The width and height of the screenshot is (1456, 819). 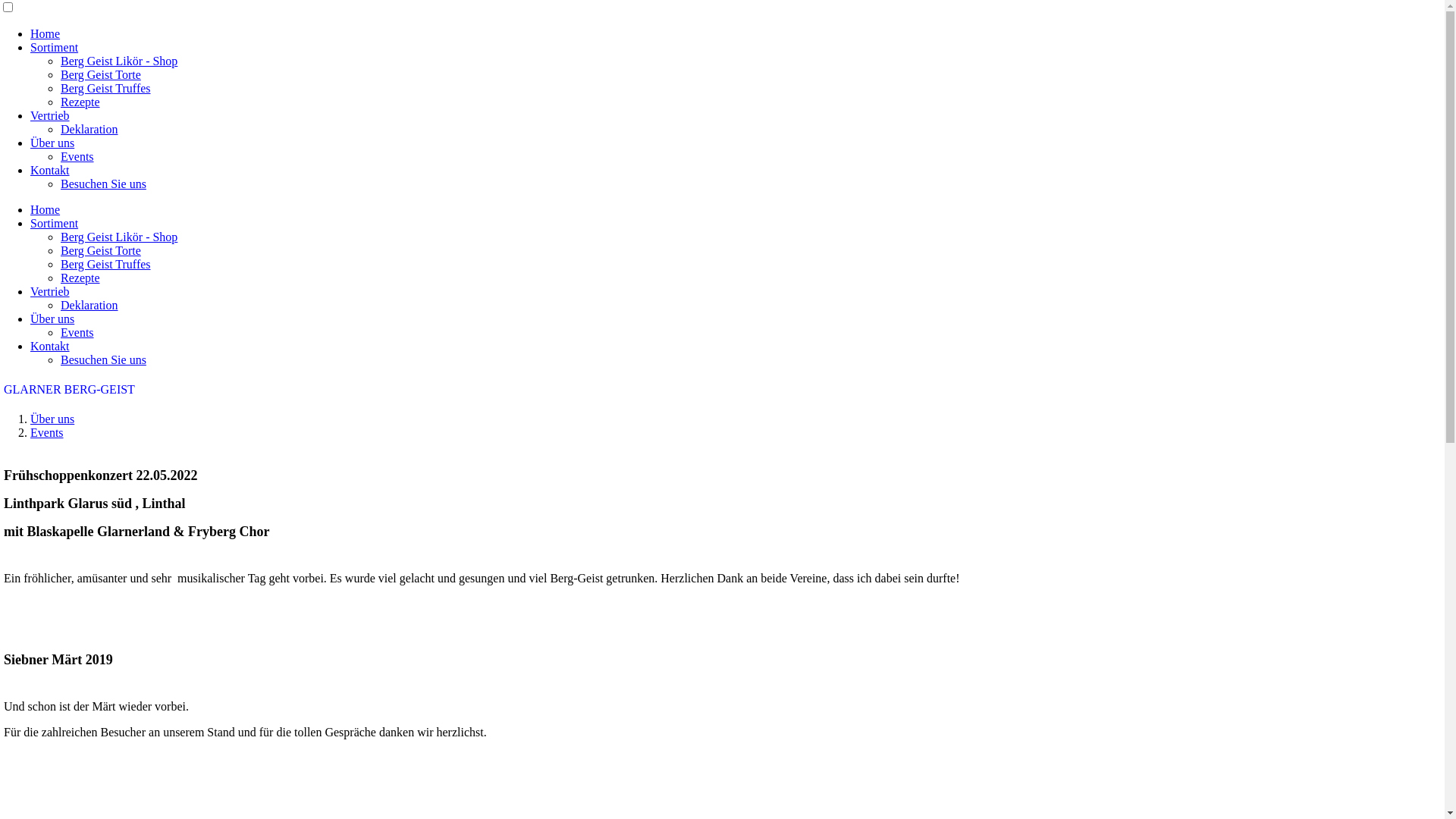 What do you see at coordinates (61, 331) in the screenshot?
I see `'Events'` at bounding box center [61, 331].